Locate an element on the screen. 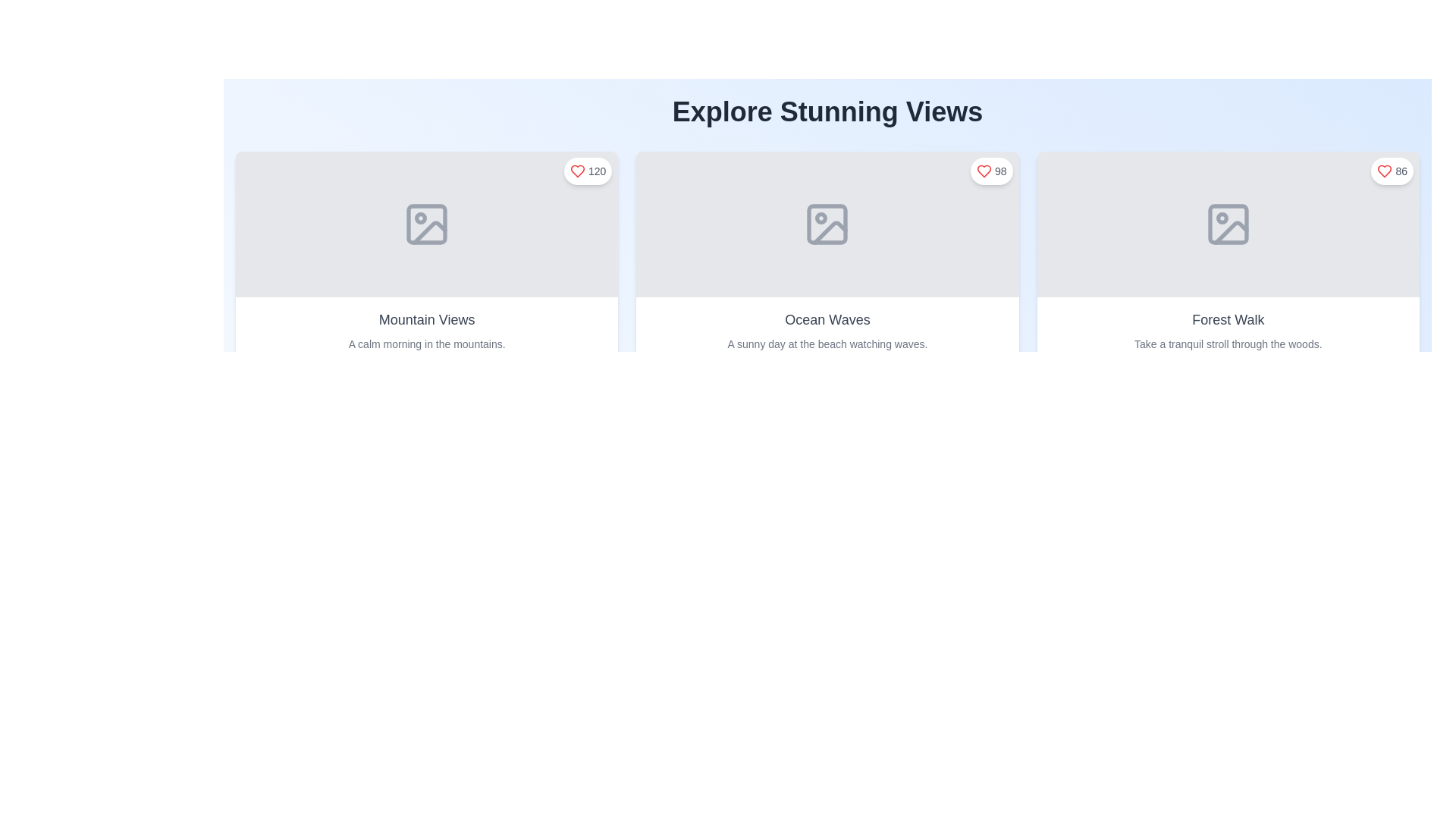 The image size is (1456, 819). the SVG icon representing an image symbol, styled in light gray, located at the top center of the 'Mountain Views' card is located at coordinates (426, 224).